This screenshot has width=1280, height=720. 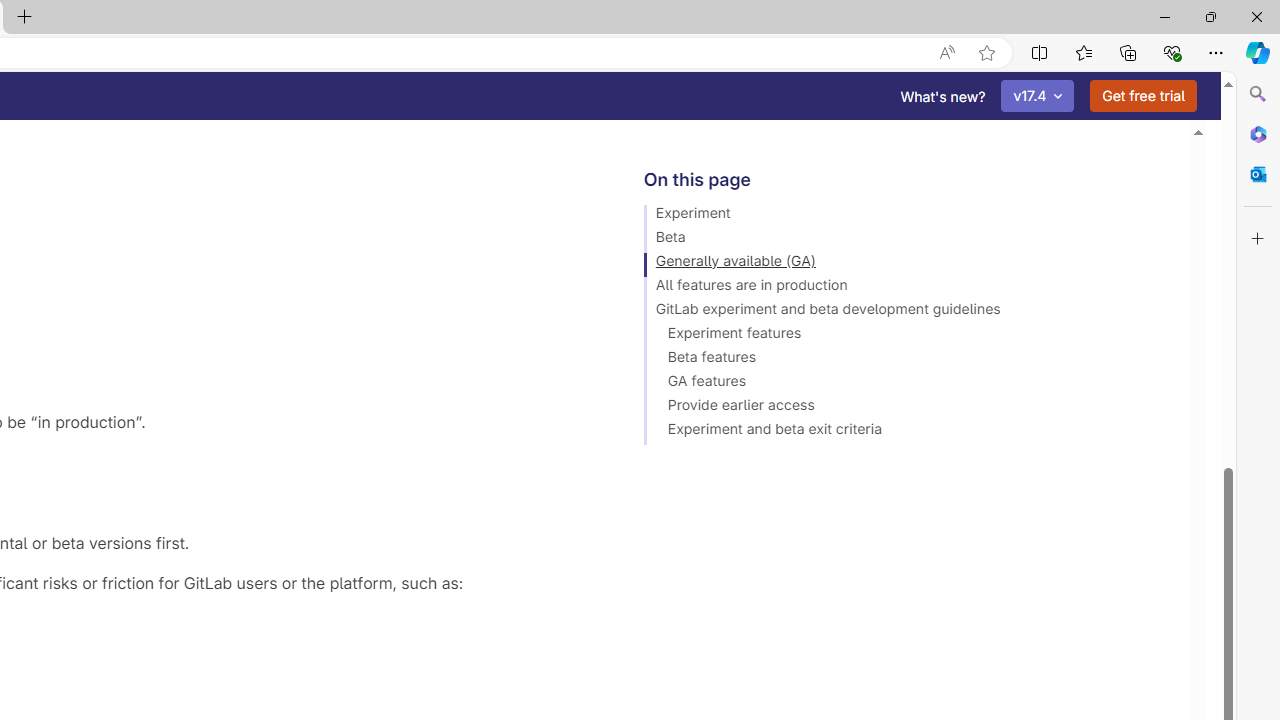 What do you see at coordinates (1038, 96) in the screenshot?
I see `'v17.4'` at bounding box center [1038, 96].